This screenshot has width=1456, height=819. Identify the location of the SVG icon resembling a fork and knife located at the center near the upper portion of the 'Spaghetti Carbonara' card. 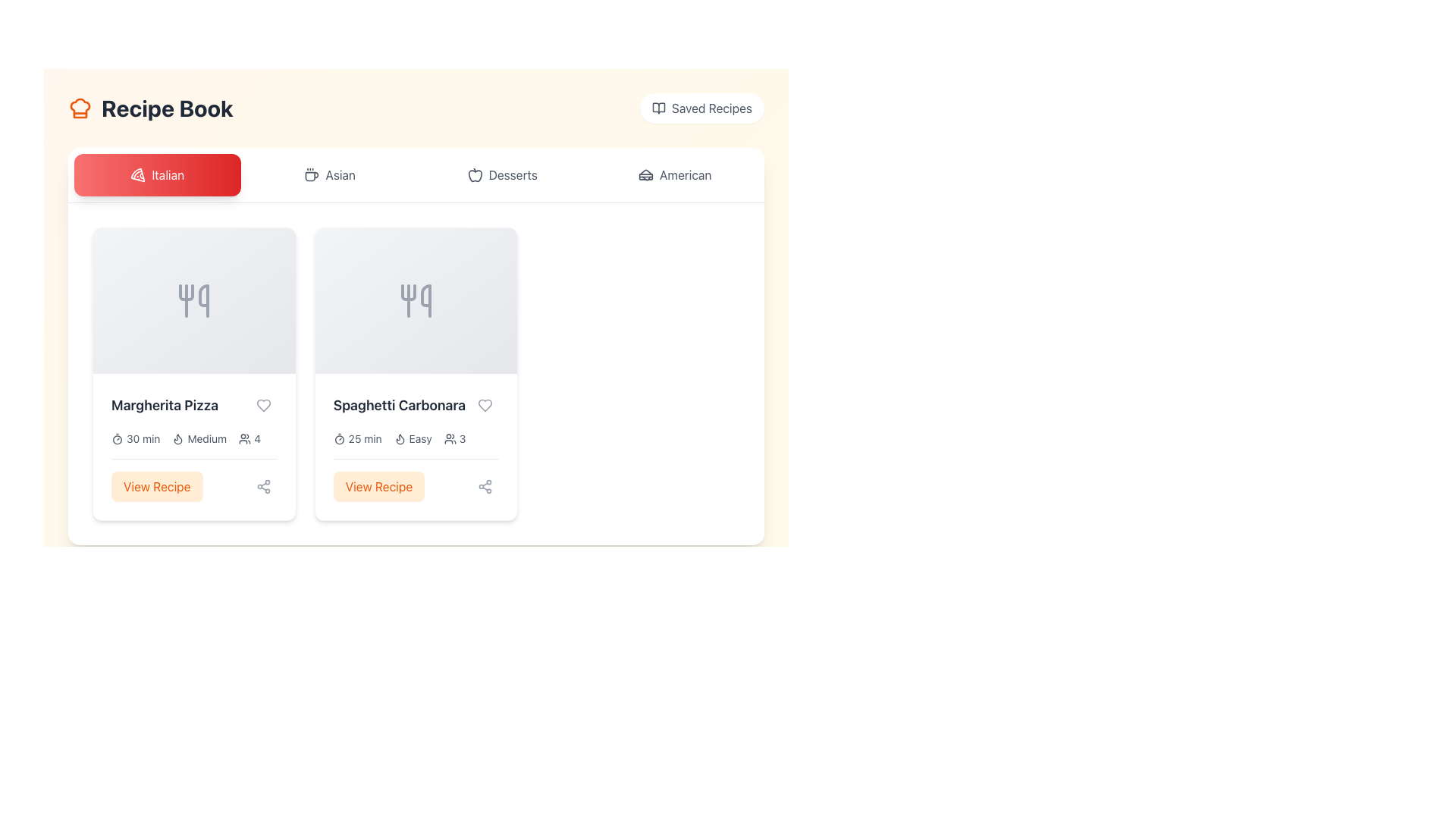
(416, 301).